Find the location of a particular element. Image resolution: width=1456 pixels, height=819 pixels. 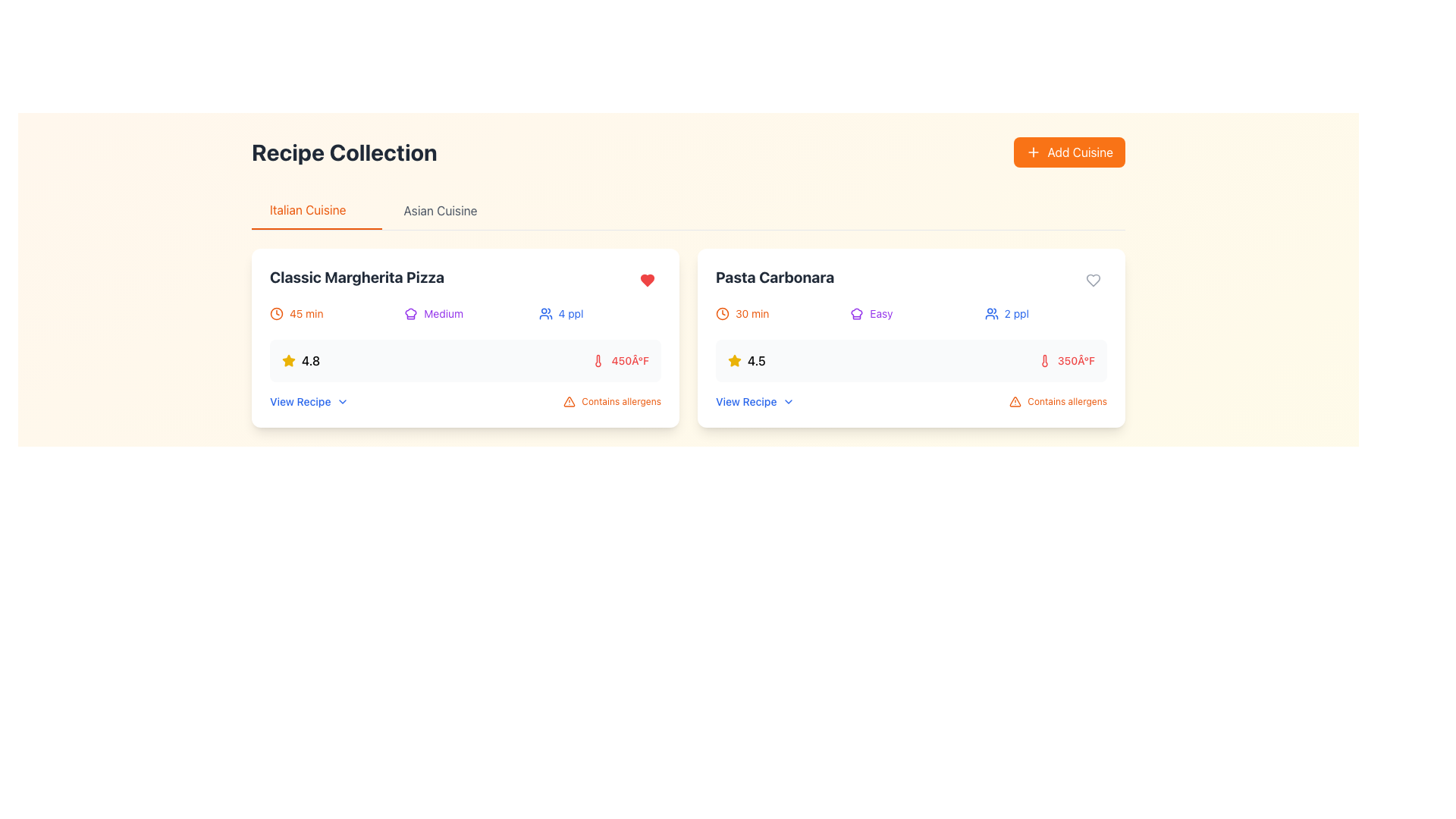

the button located at the bottom left corner of the 'Classic Margherita Pizza' recipe card for keyboard navigation is located at coordinates (309, 400).